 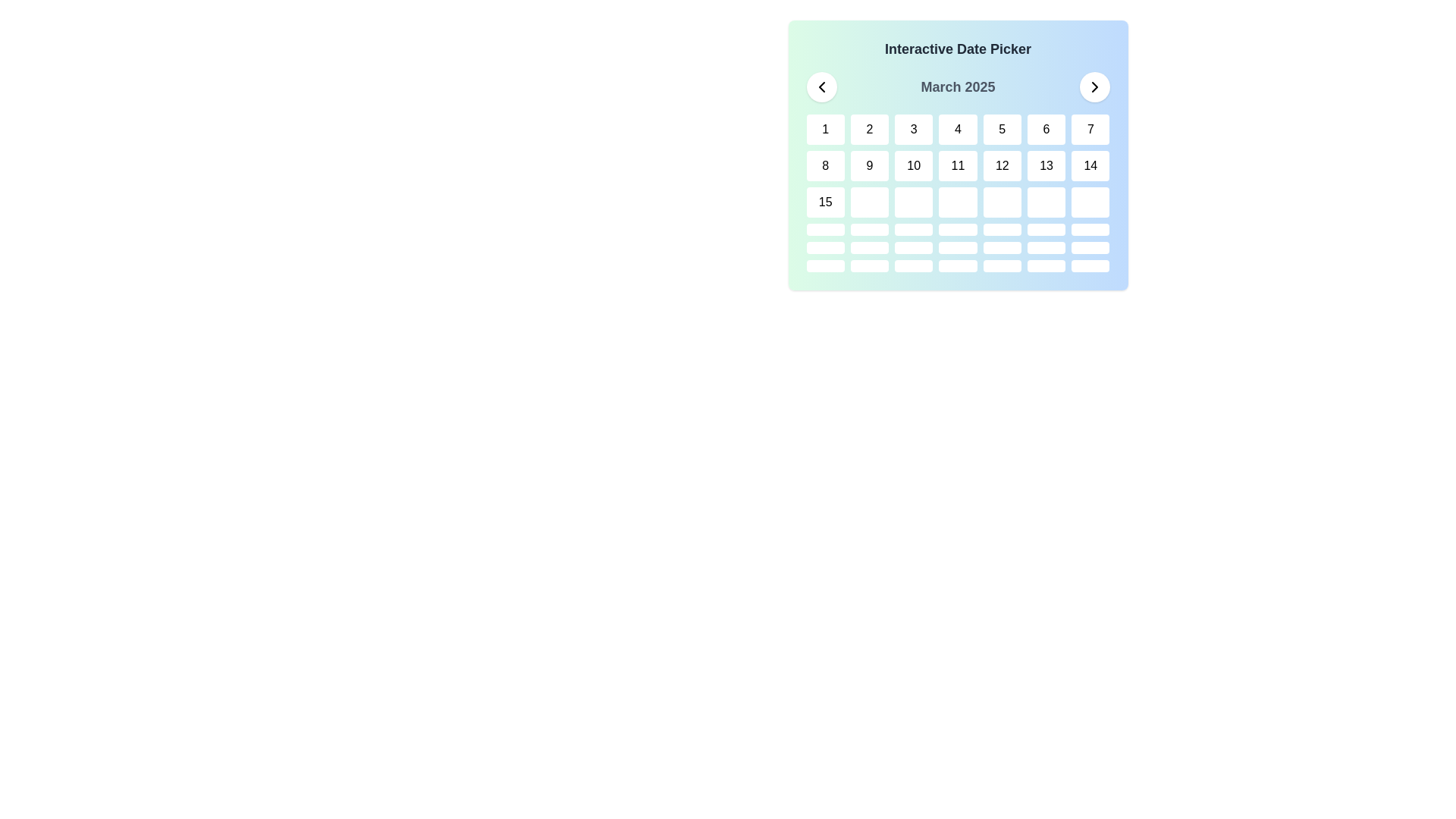 I want to click on the rectangular button with rounded corners and a plain white background located in the bottom-right section of the calendar grid, so click(x=1090, y=201).